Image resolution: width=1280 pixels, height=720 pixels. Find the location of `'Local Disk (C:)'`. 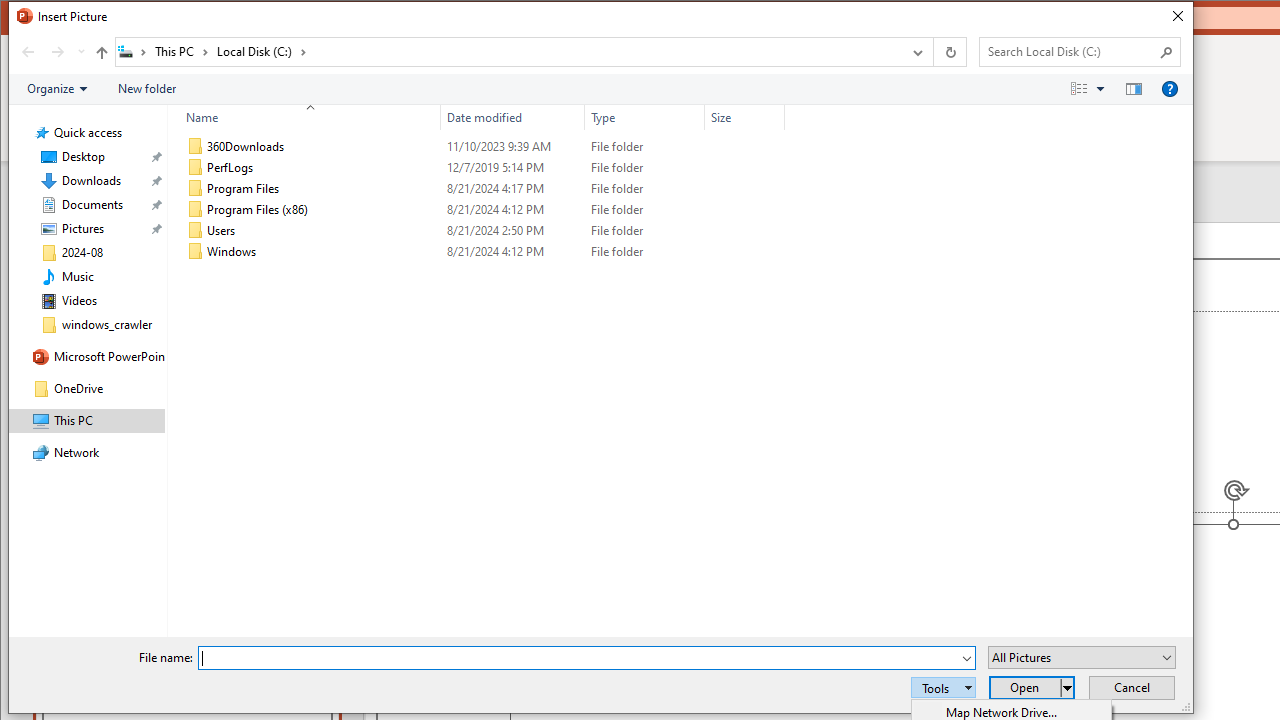

'Local Disk (C:)' is located at coordinates (260, 50).